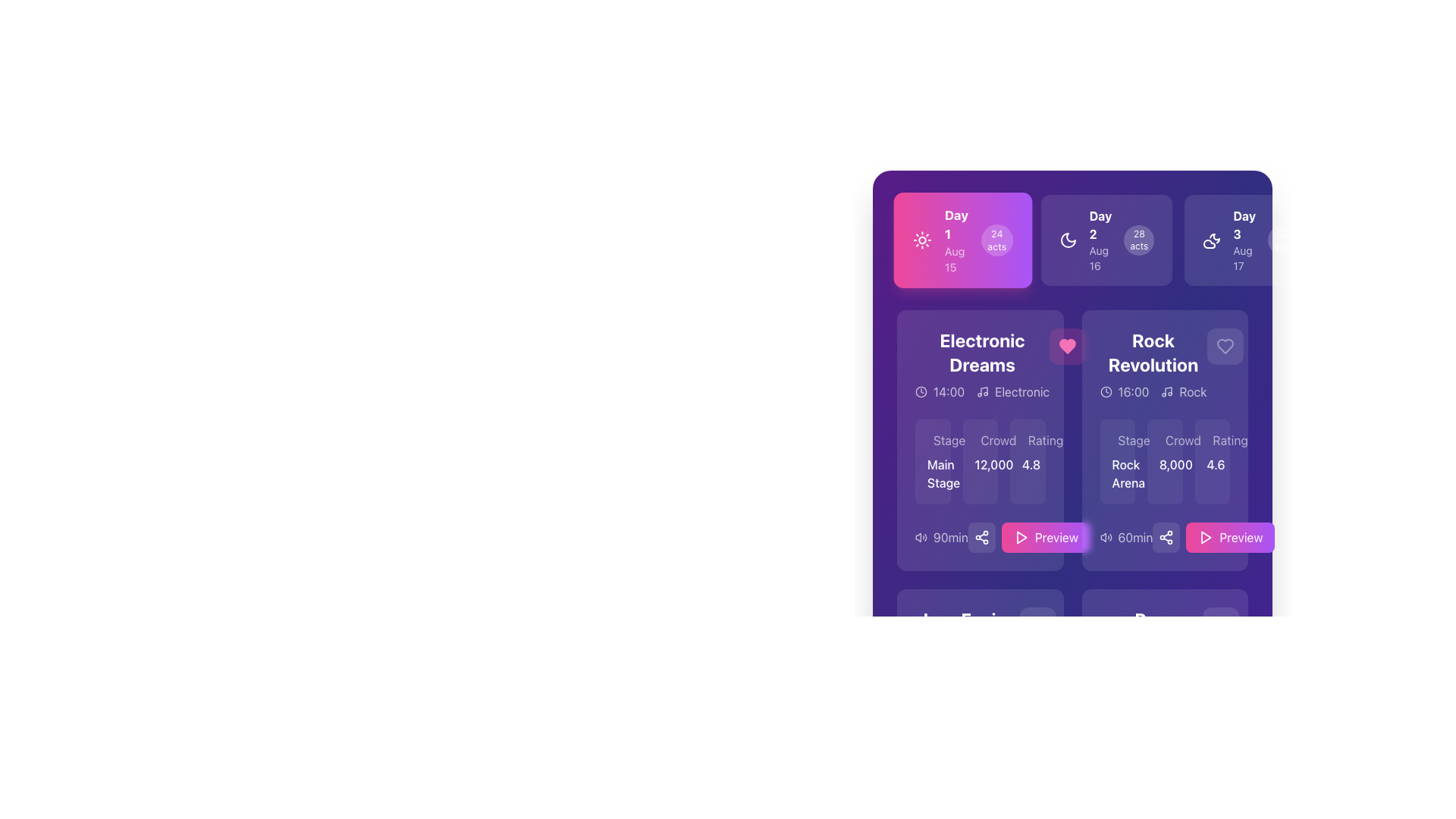 Image resolution: width=1456 pixels, height=819 pixels. I want to click on the text label displaying the word 'Stage' which is styled in a light-colored font against a darker purple background, located in the middle-left section of a subcard under 'Electronic Dreams', so click(949, 441).